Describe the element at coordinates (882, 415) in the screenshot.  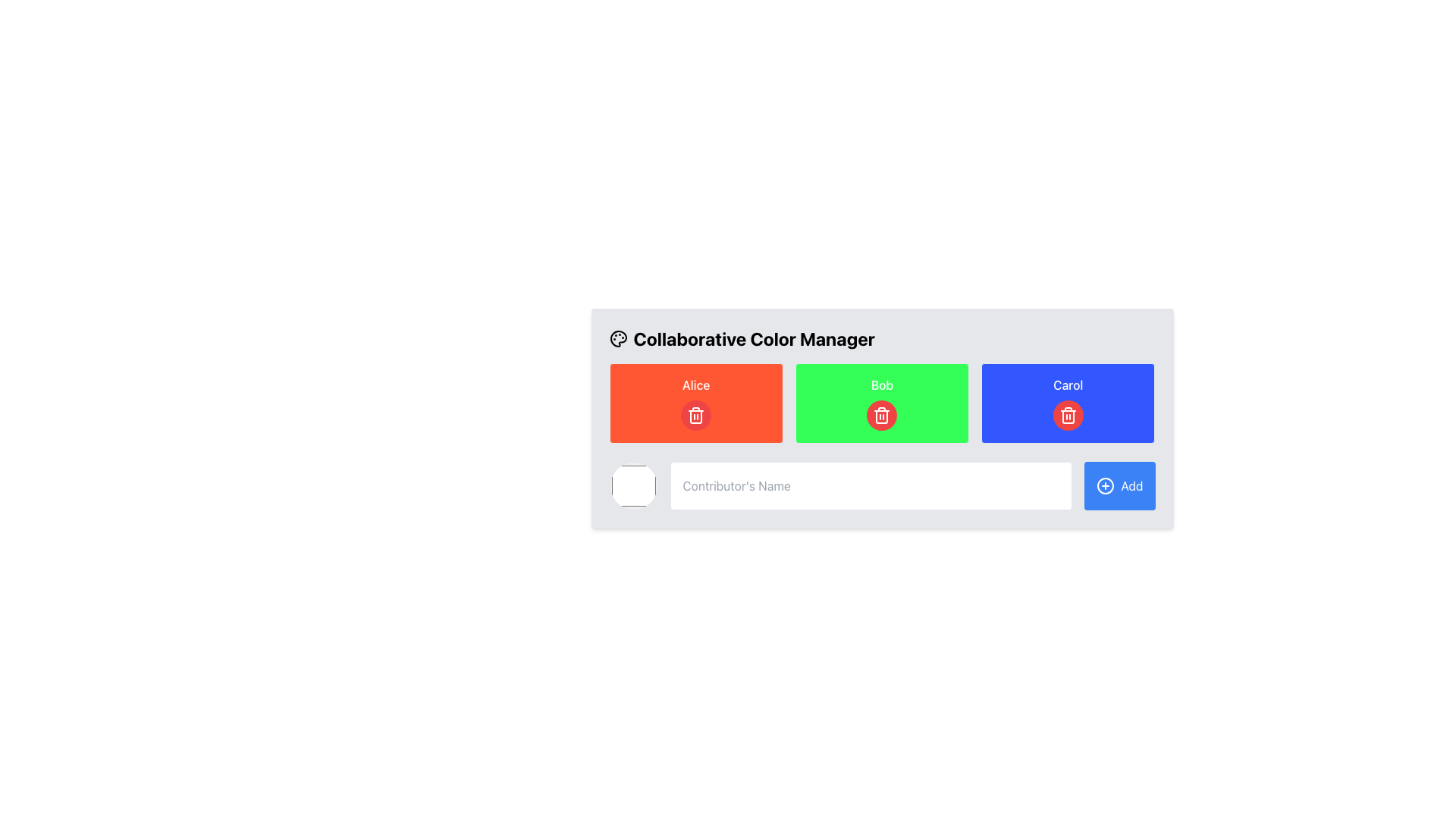
I see `the trash can icon button located under the text 'Bob' to possibly display additional information` at that location.